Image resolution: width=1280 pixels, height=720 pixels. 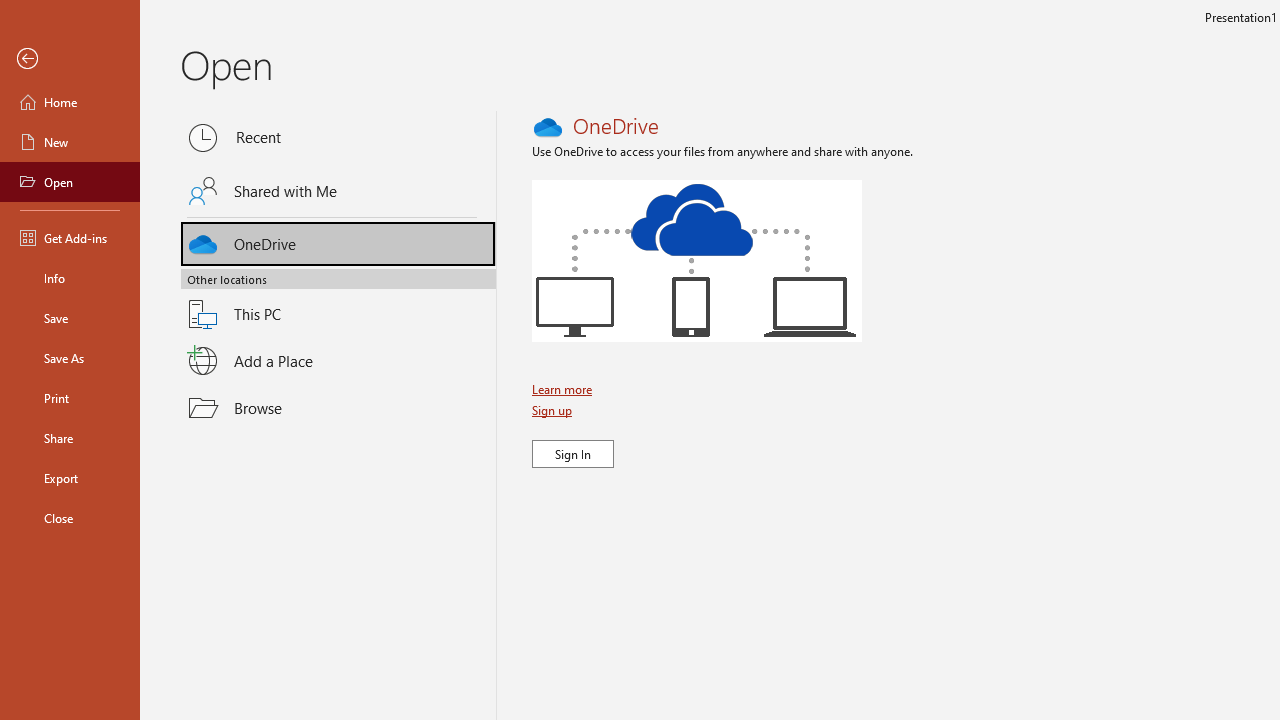 What do you see at coordinates (69, 478) in the screenshot?
I see `'Export'` at bounding box center [69, 478].